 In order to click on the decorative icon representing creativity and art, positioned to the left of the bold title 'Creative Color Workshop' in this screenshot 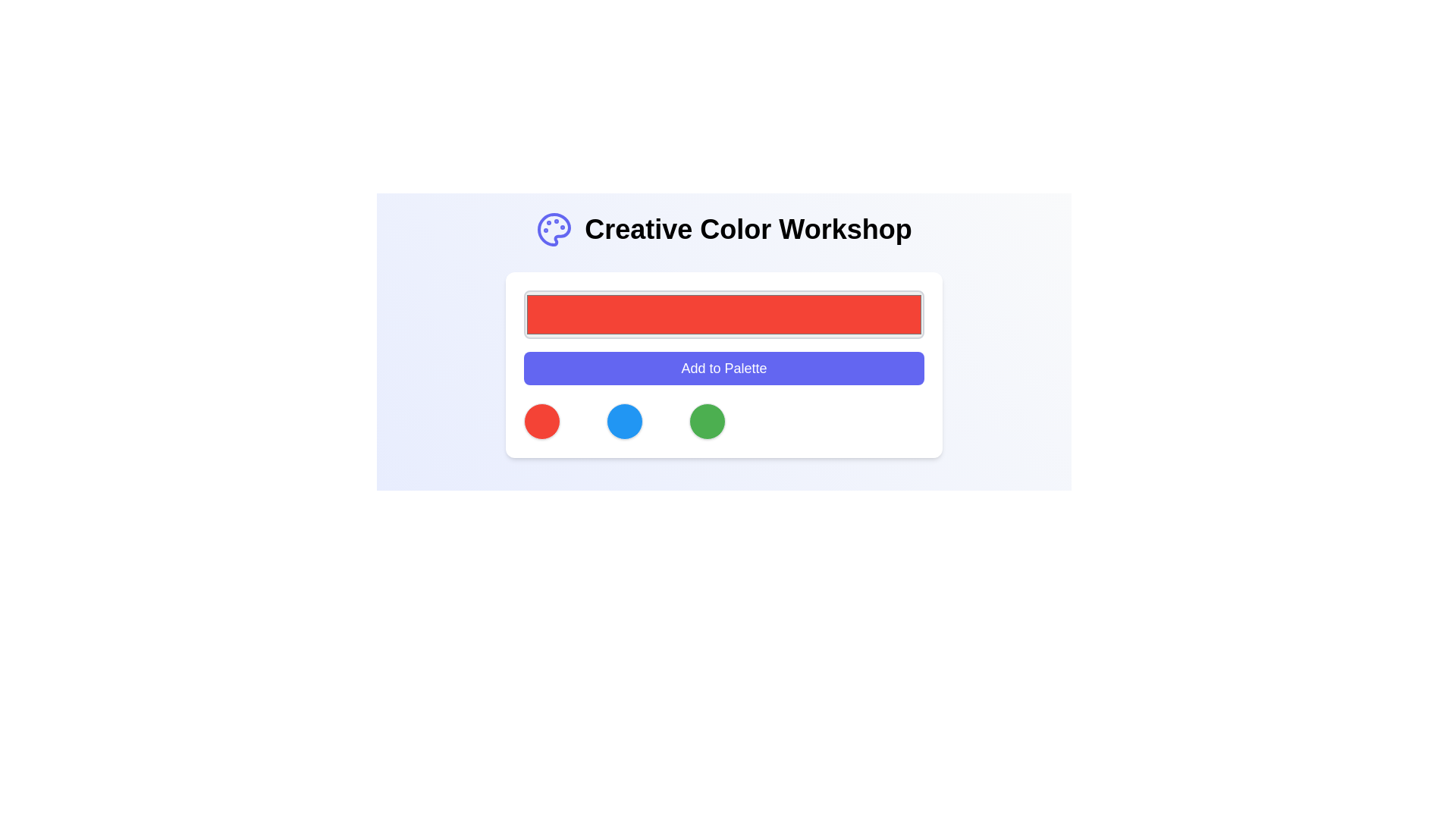, I will do `click(554, 230)`.